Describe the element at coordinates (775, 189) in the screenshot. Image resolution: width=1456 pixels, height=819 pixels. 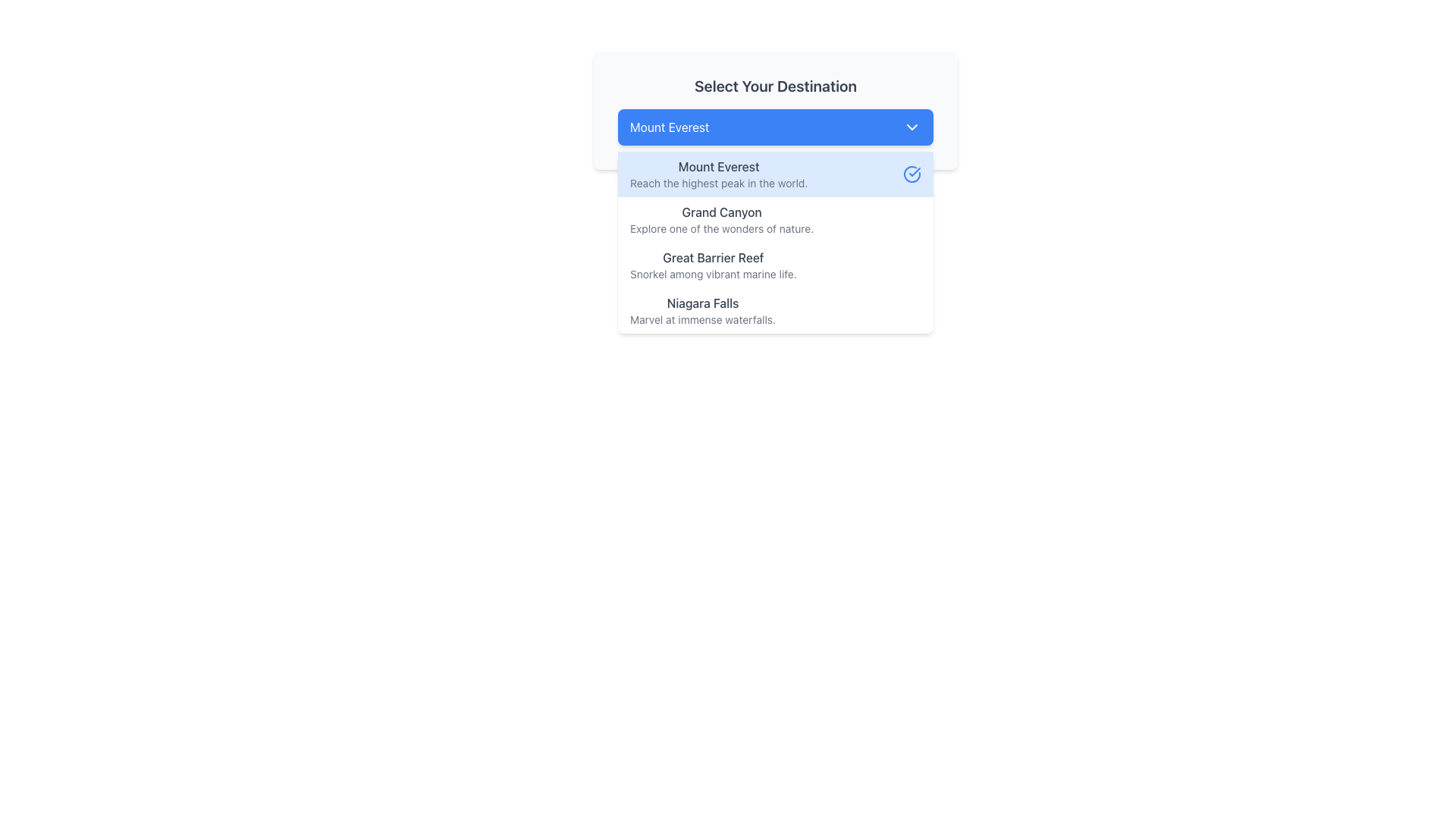
I see `the first item` at that location.